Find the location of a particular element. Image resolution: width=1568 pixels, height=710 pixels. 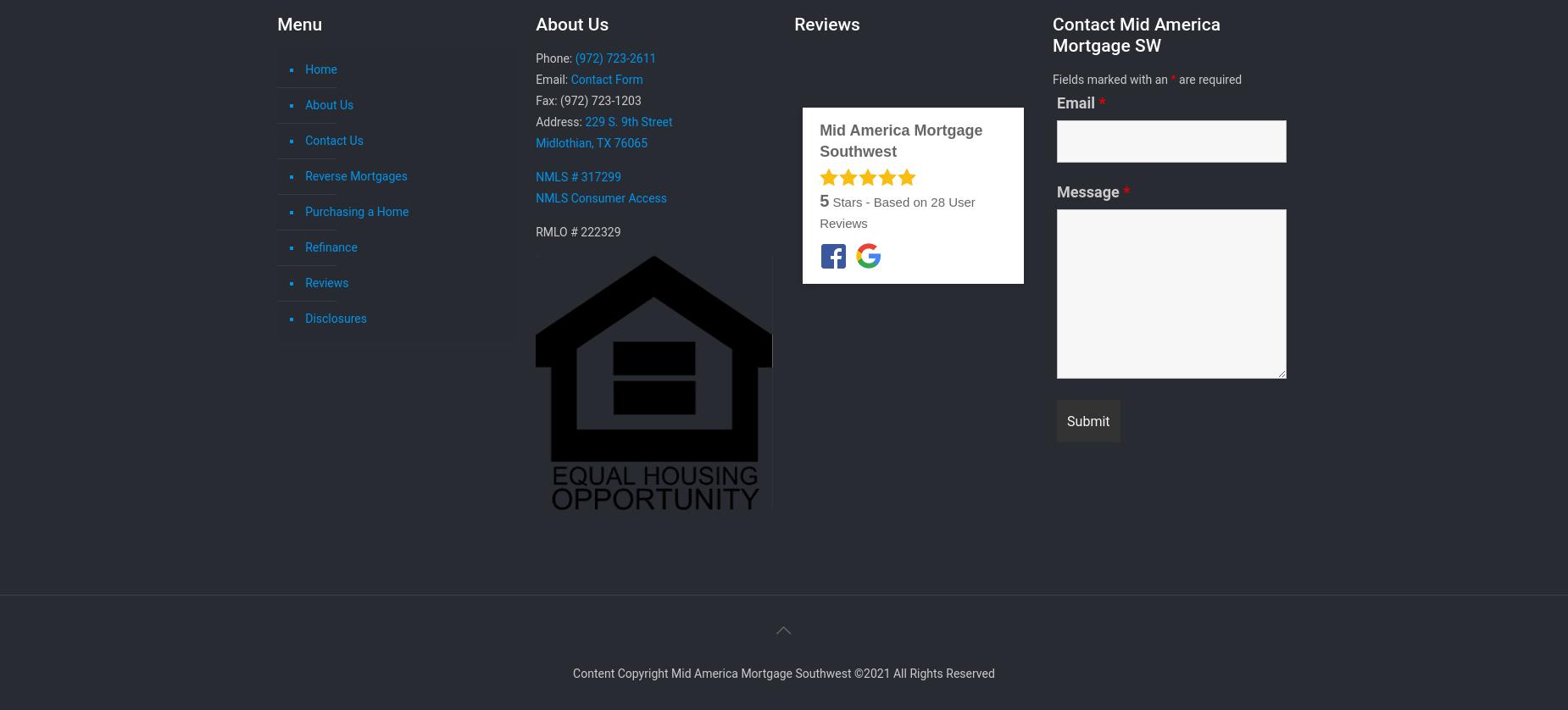

'5' is located at coordinates (823, 199).